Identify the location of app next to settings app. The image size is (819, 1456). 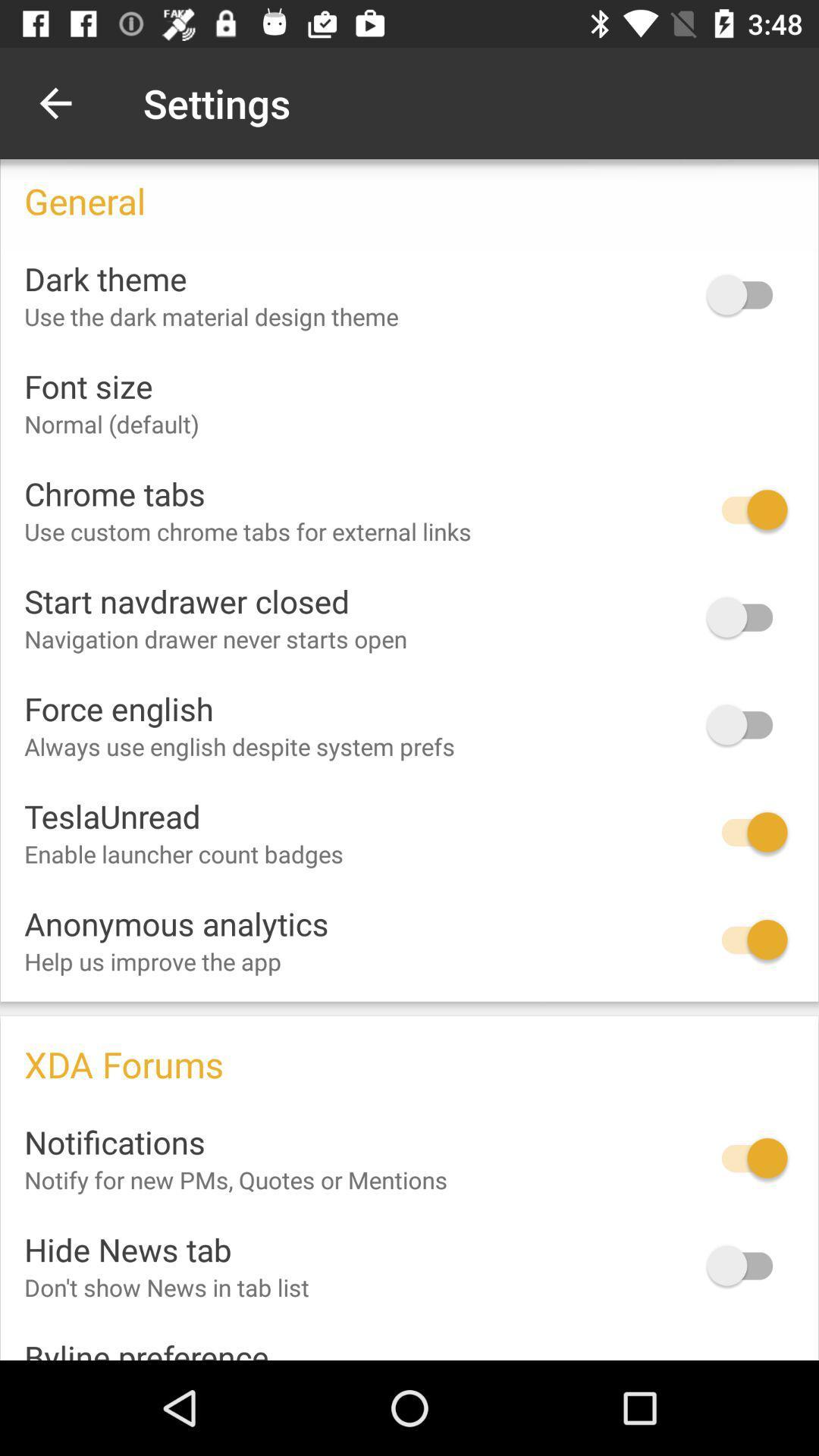
(55, 102).